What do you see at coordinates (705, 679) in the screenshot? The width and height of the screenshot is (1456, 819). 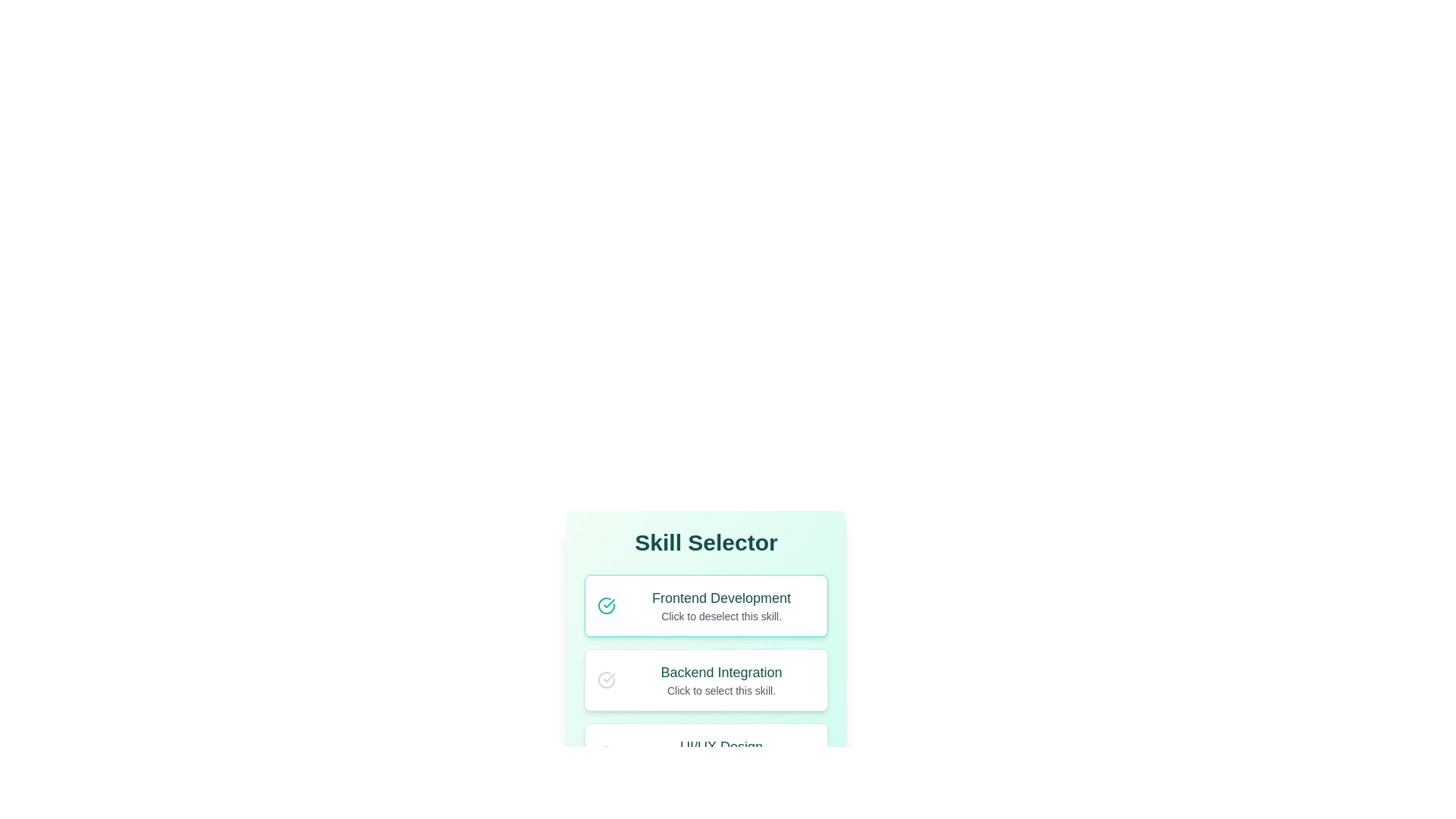 I see `the skill card for Backend Integration` at bounding box center [705, 679].